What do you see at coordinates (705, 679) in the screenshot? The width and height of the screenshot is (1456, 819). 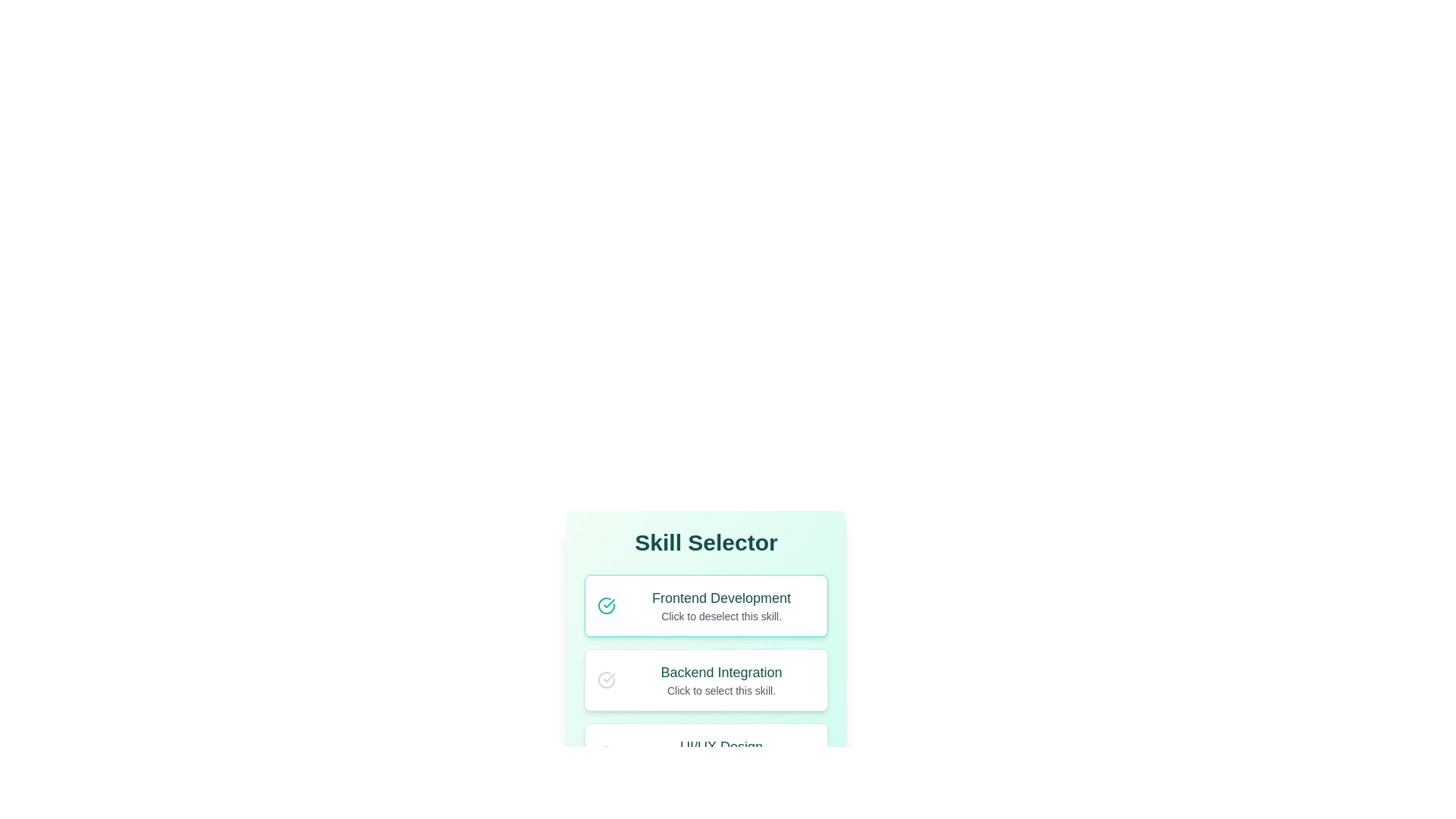 I see `the skill card for Backend Integration` at bounding box center [705, 679].